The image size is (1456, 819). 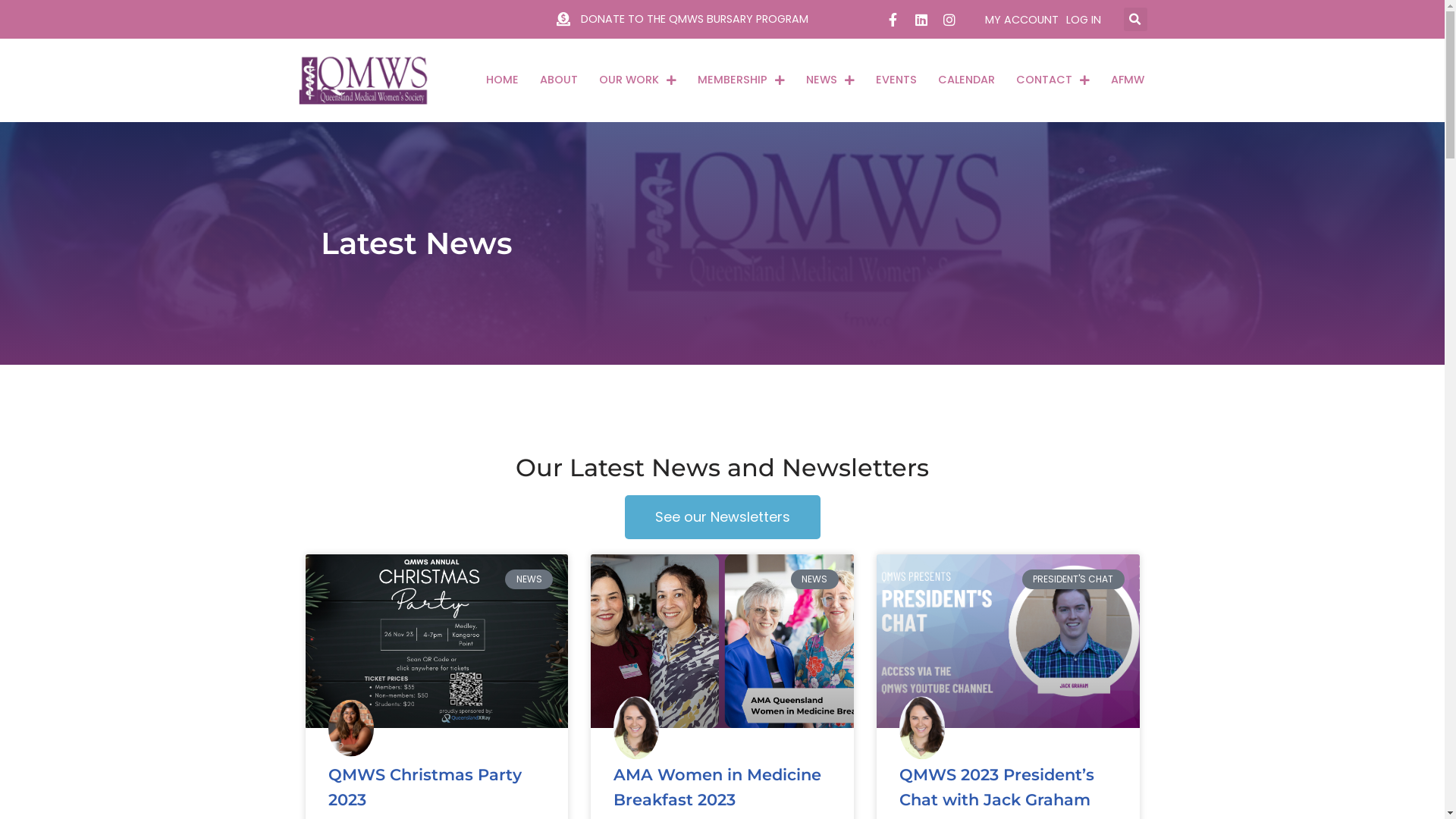 What do you see at coordinates (1083, 20) in the screenshot?
I see `'LOG IN'` at bounding box center [1083, 20].